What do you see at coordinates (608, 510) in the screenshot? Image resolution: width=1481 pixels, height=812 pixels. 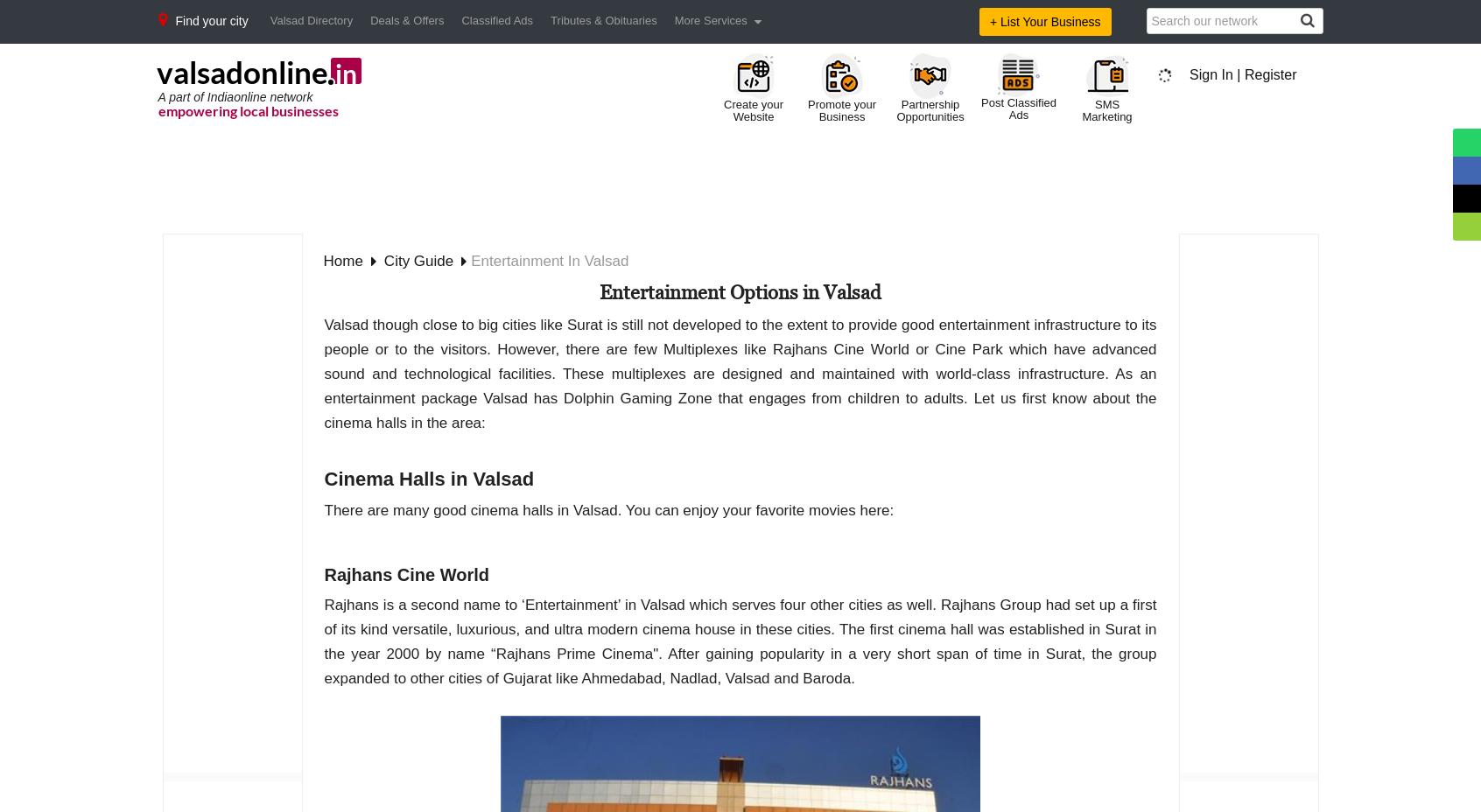 I see `'There are many good cinema halls in Valsad. You can enjoy your favorite movies here:'` at bounding box center [608, 510].